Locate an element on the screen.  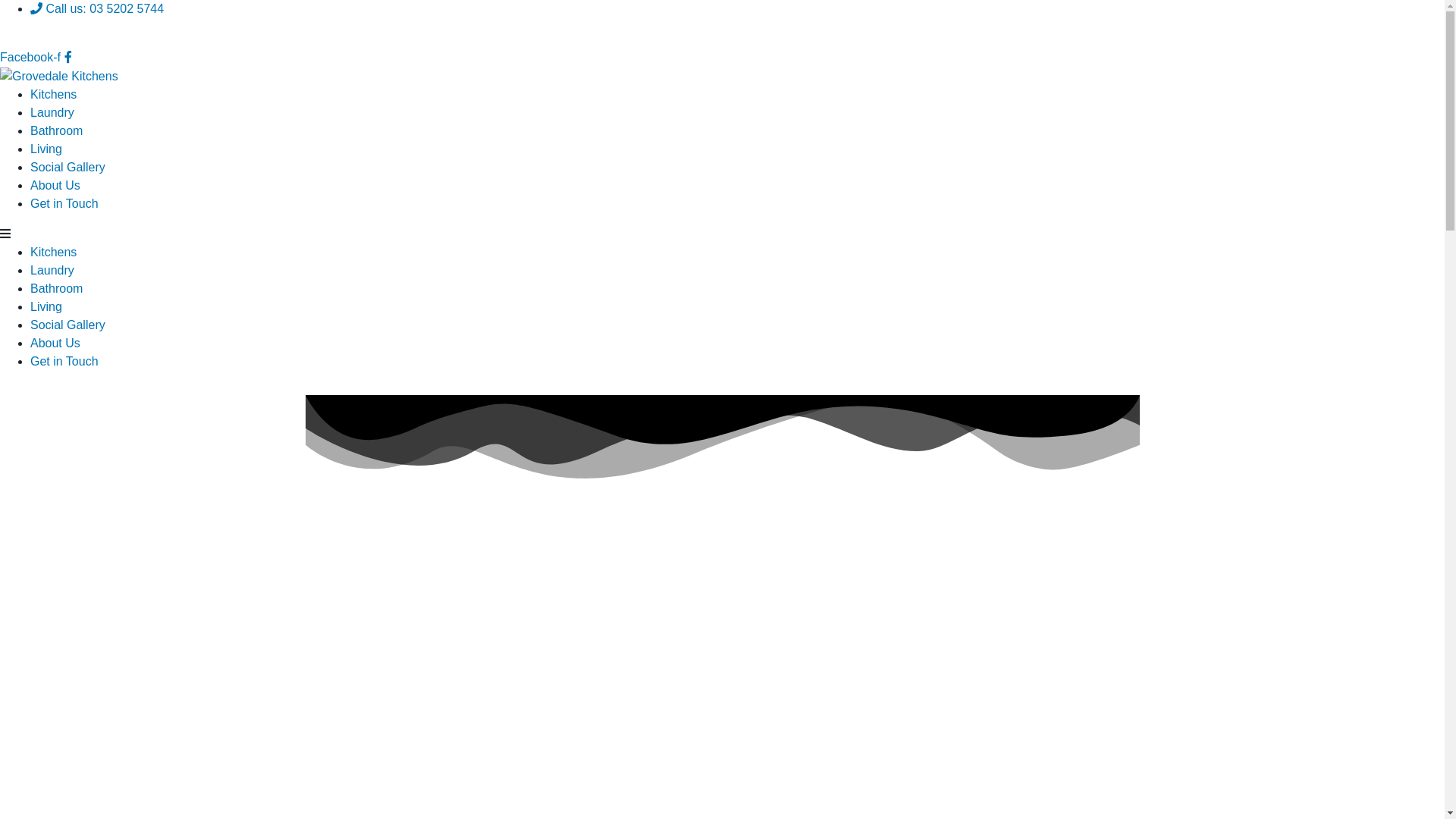
'Laundry' is located at coordinates (52, 269).